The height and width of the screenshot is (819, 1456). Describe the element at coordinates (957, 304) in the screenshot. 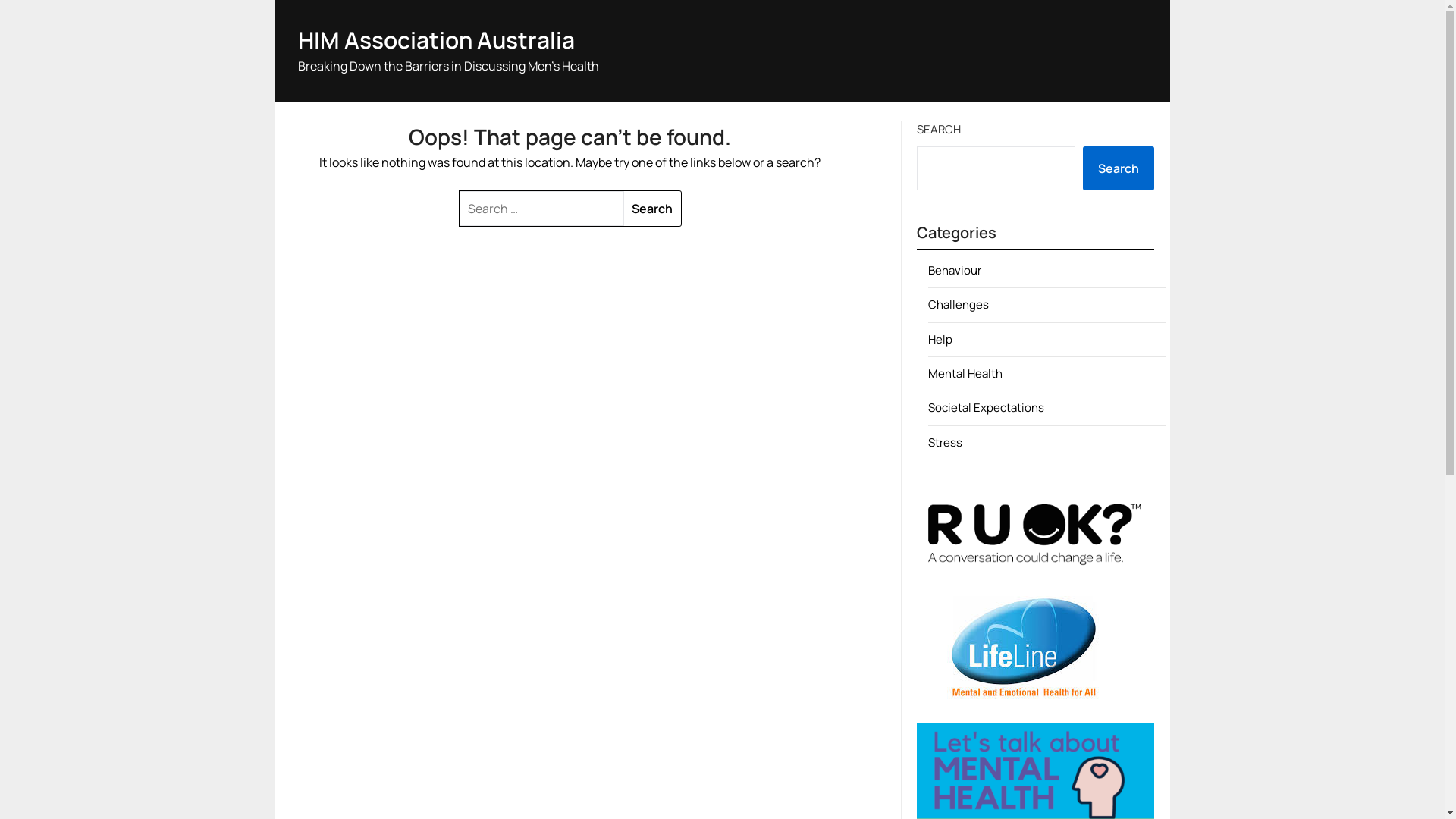

I see `'Challenges'` at that location.